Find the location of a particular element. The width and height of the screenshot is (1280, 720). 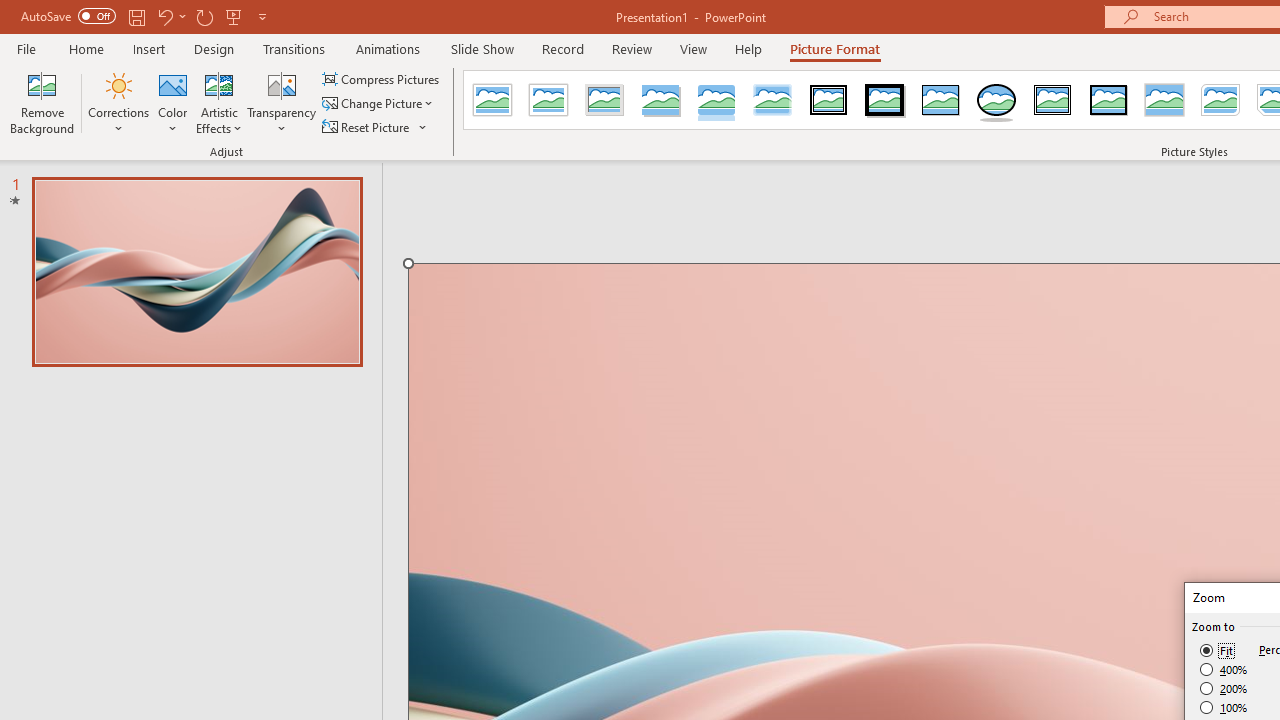

'Change Picture' is located at coordinates (379, 103).